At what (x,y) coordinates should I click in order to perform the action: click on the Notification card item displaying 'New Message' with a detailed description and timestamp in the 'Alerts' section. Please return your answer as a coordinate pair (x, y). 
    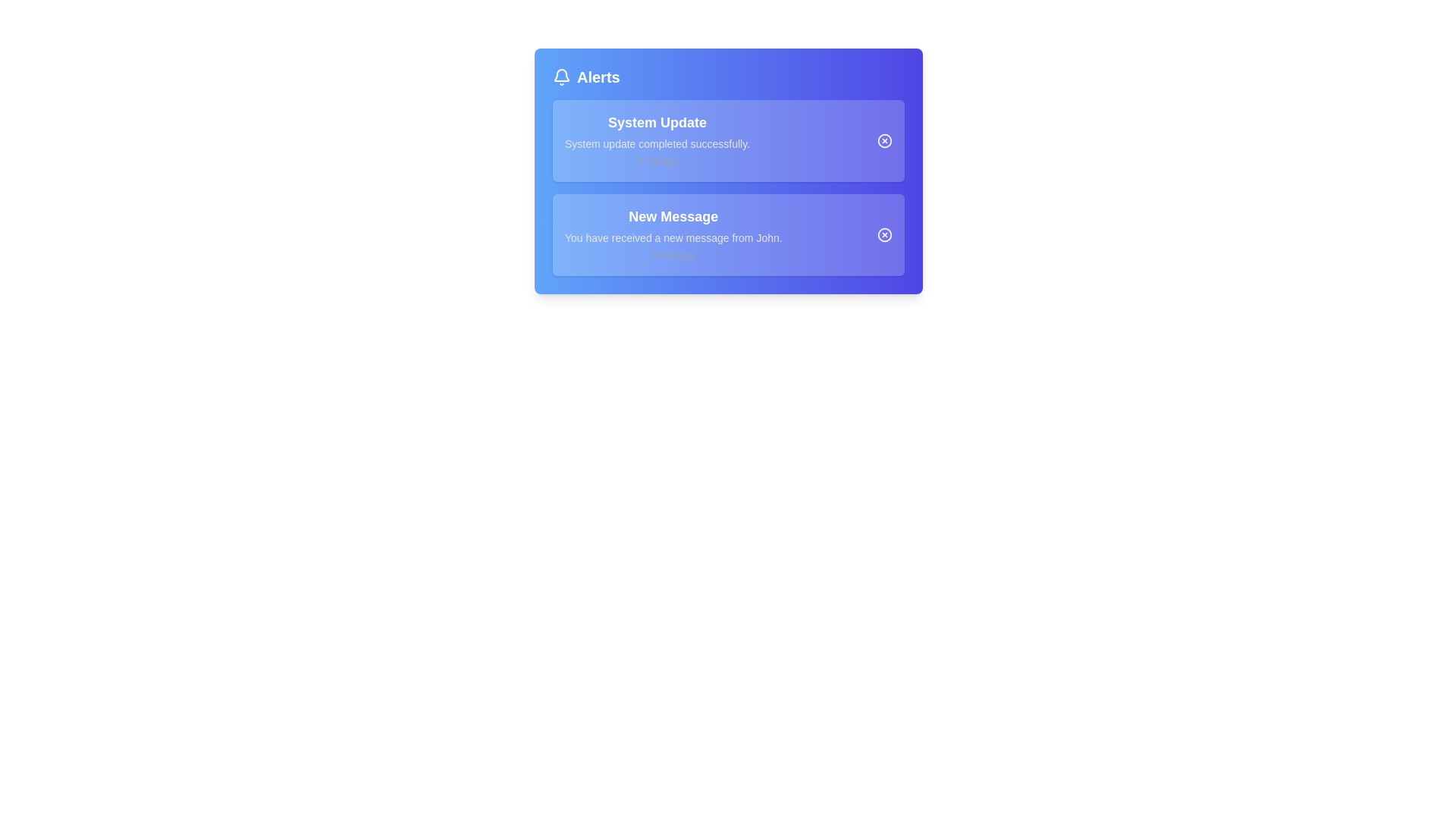
    Looking at the image, I should click on (673, 234).